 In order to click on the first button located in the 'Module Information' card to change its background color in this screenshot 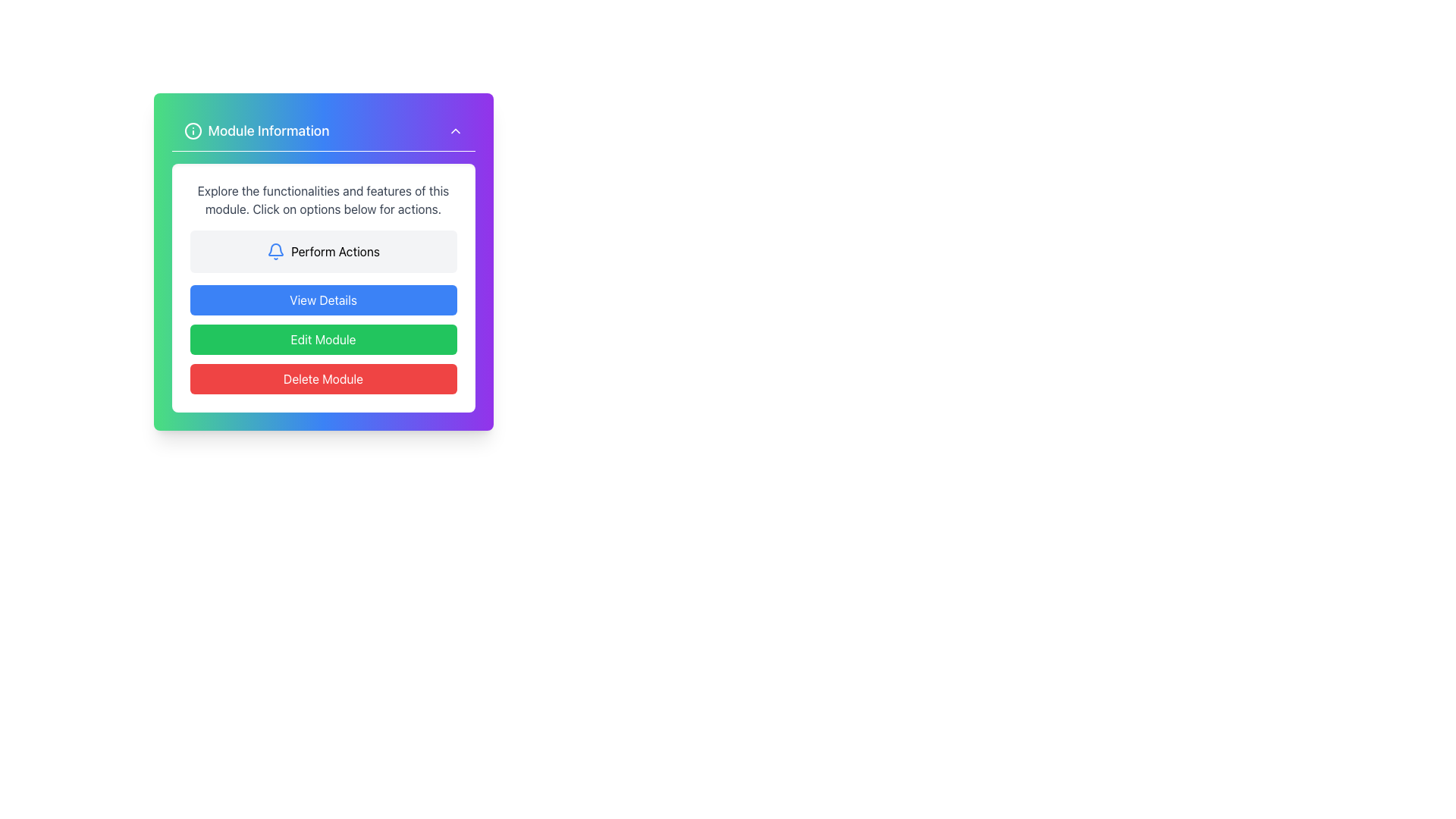, I will do `click(322, 250)`.